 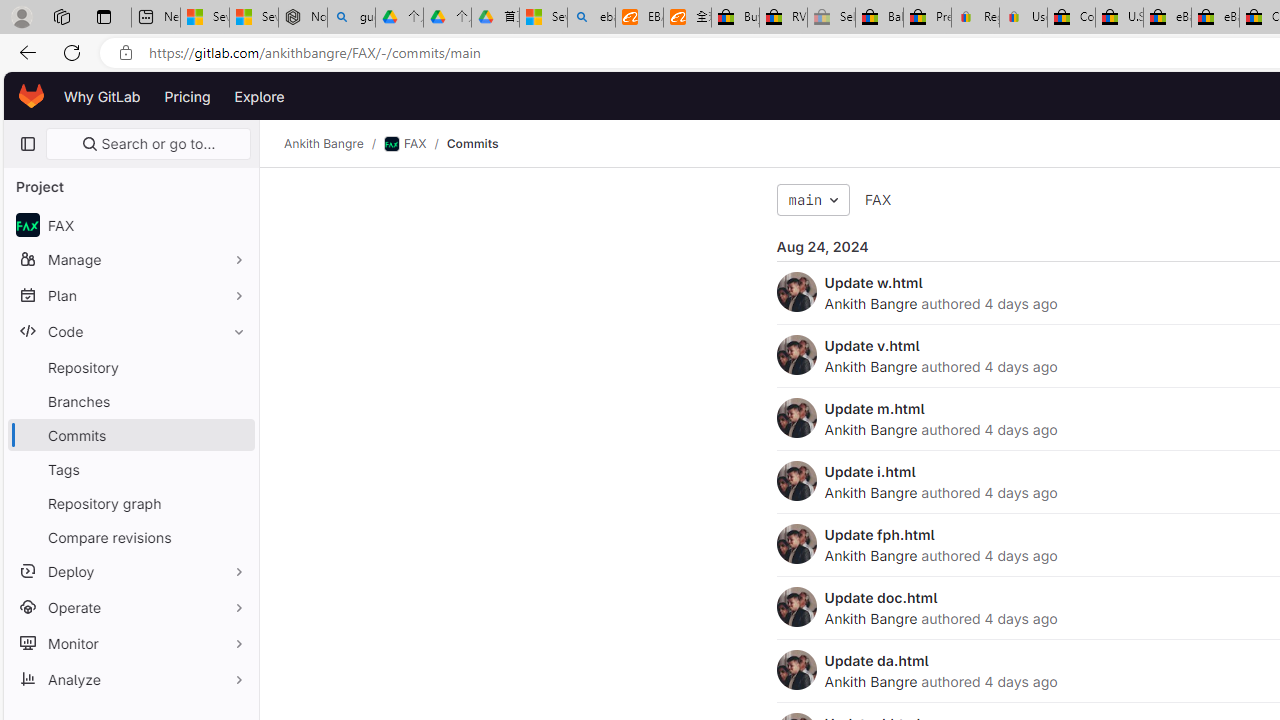 I want to click on 'Operate', so click(x=130, y=605).